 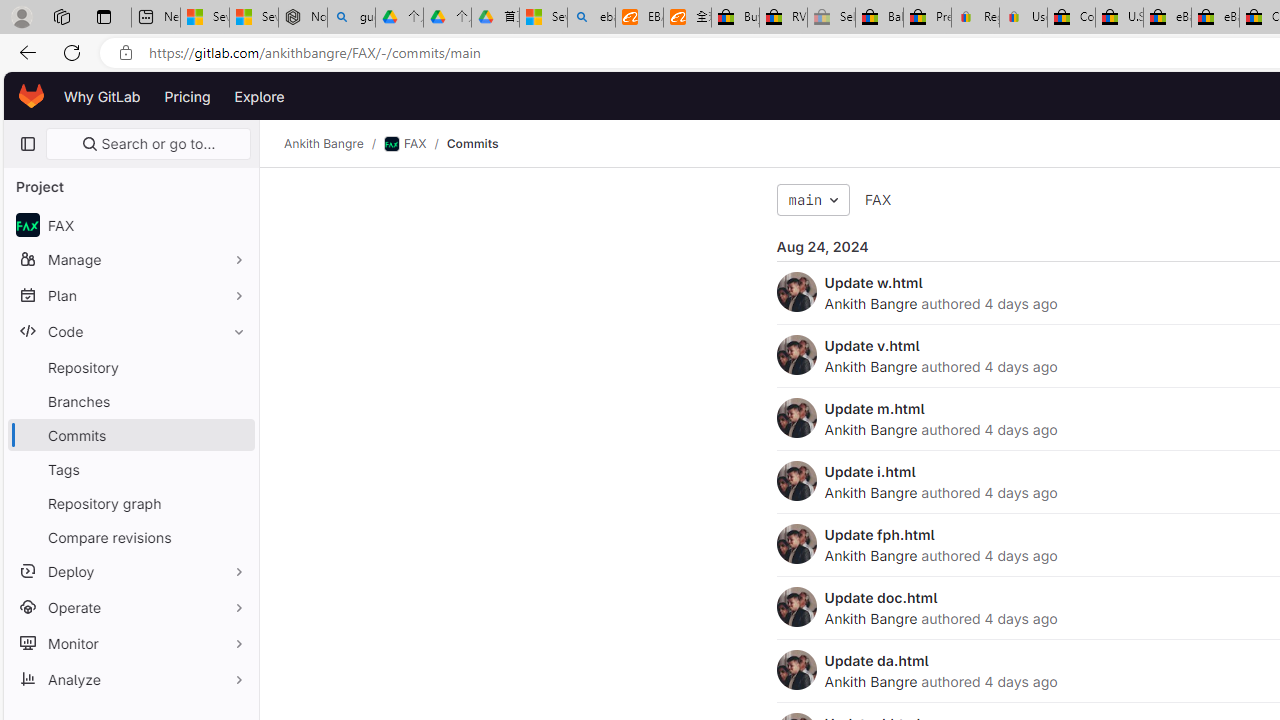 I want to click on 'Operate', so click(x=130, y=605).